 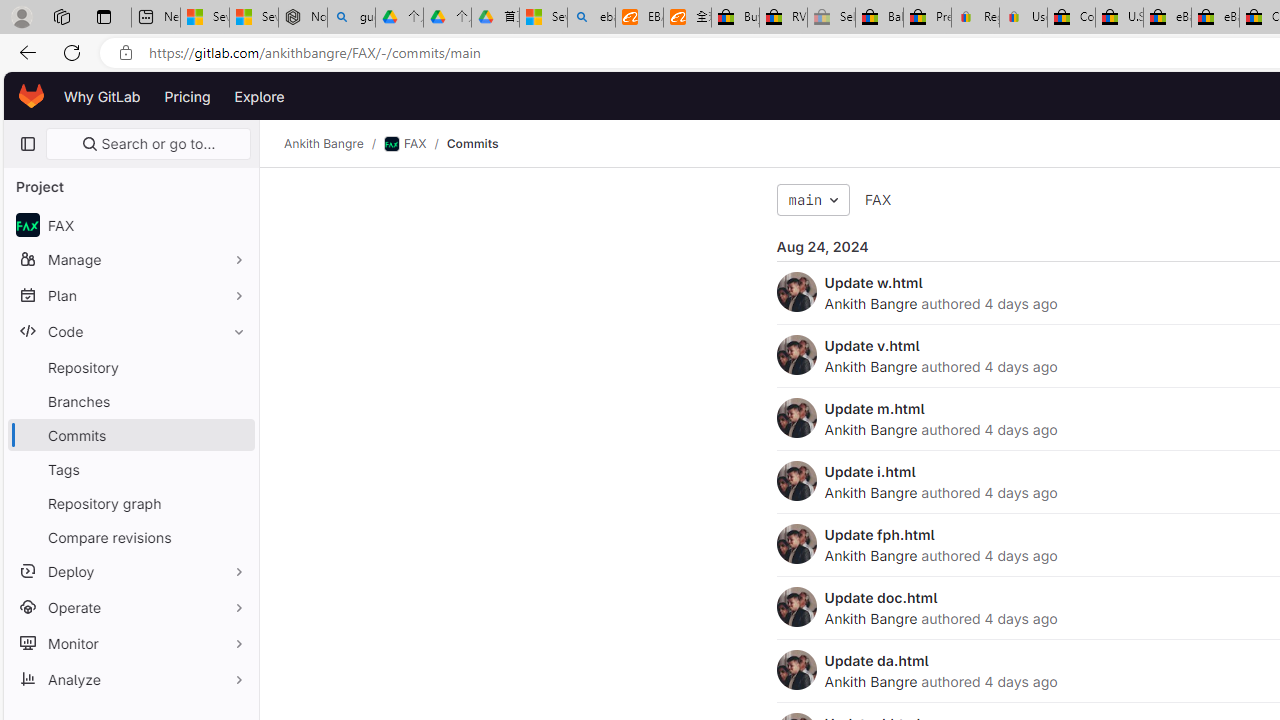 I want to click on 'Operate', so click(x=130, y=605).